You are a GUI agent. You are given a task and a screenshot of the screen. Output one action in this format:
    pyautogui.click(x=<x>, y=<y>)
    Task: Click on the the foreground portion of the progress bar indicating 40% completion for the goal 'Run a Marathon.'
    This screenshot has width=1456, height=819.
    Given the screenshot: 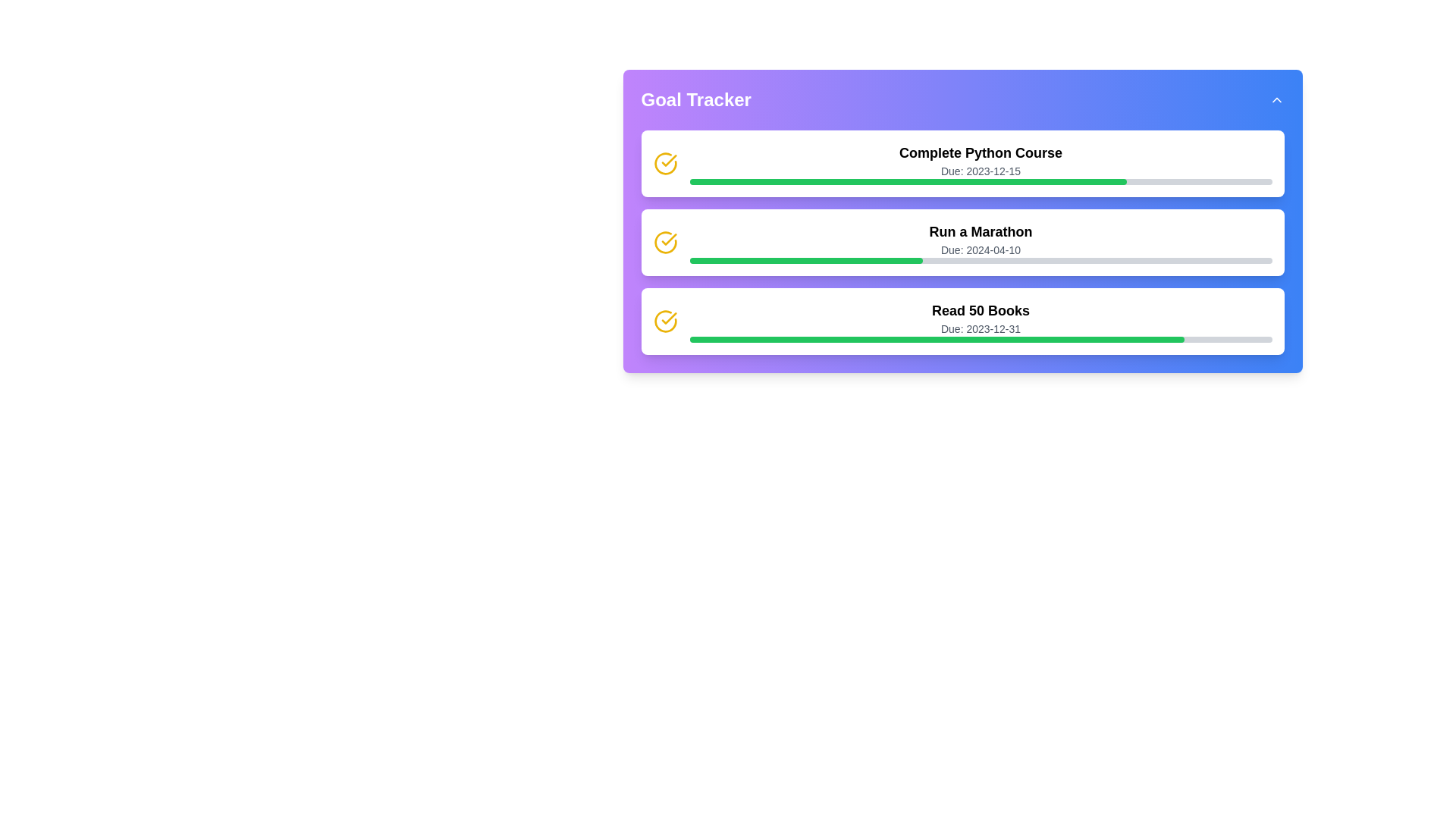 What is the action you would take?
    pyautogui.click(x=805, y=259)
    